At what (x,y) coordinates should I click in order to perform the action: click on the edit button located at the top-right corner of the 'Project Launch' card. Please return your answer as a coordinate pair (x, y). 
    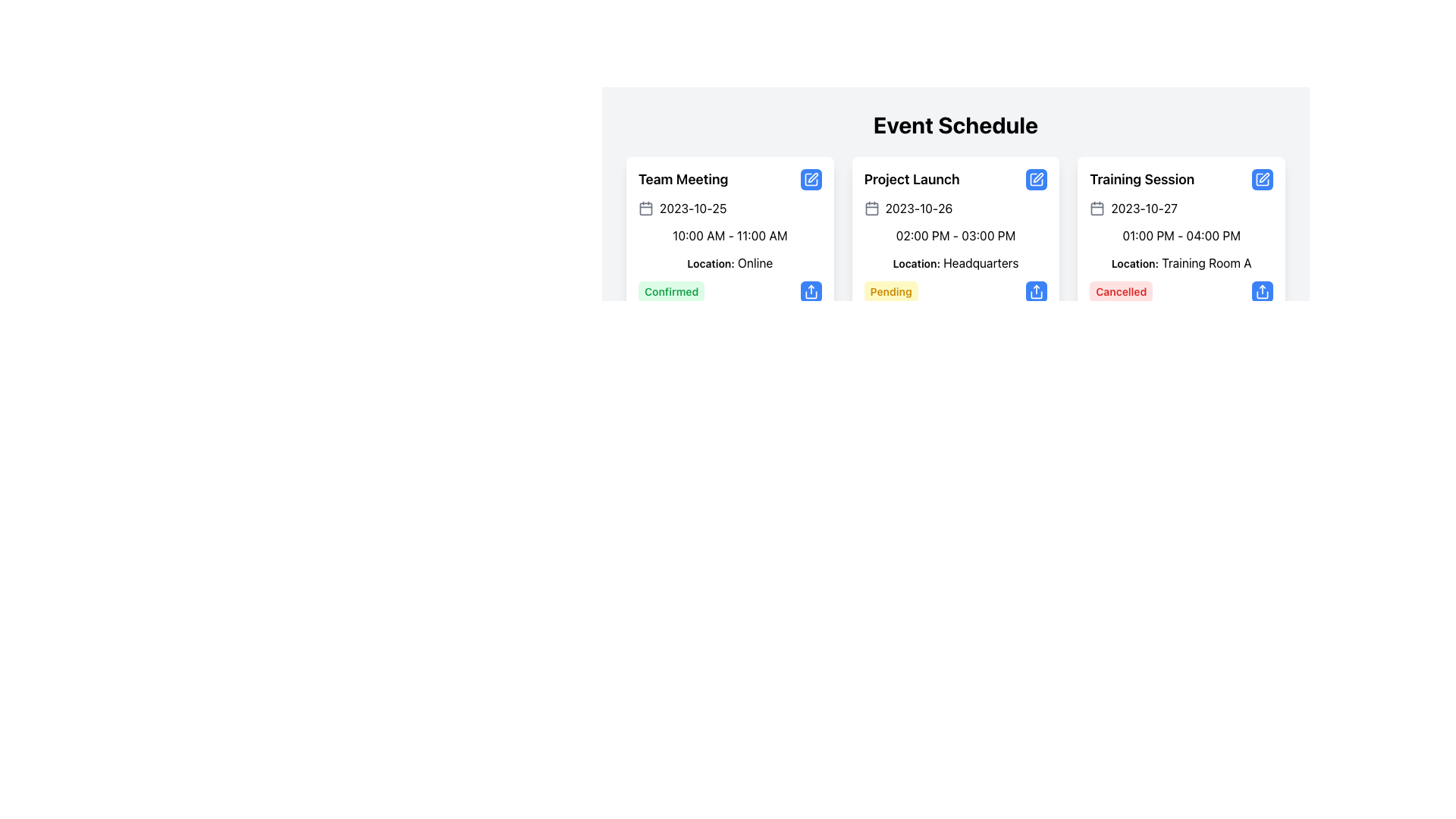
    Looking at the image, I should click on (1036, 178).